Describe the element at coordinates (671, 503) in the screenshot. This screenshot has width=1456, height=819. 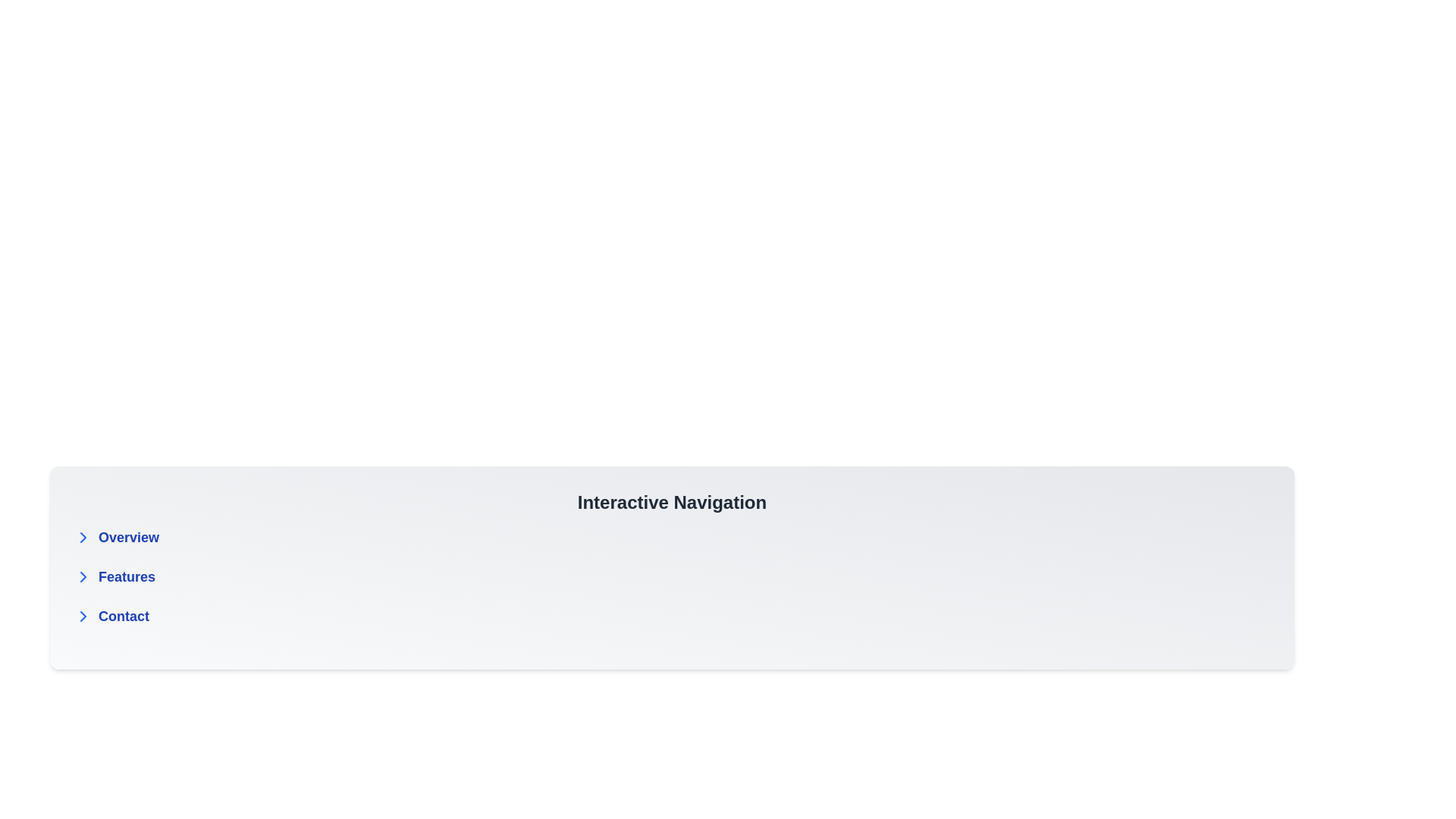
I see `the large, bold, dark gray text heading located at the top of the section above the navigation links 'Overview', 'Features', and 'Contact'` at that location.